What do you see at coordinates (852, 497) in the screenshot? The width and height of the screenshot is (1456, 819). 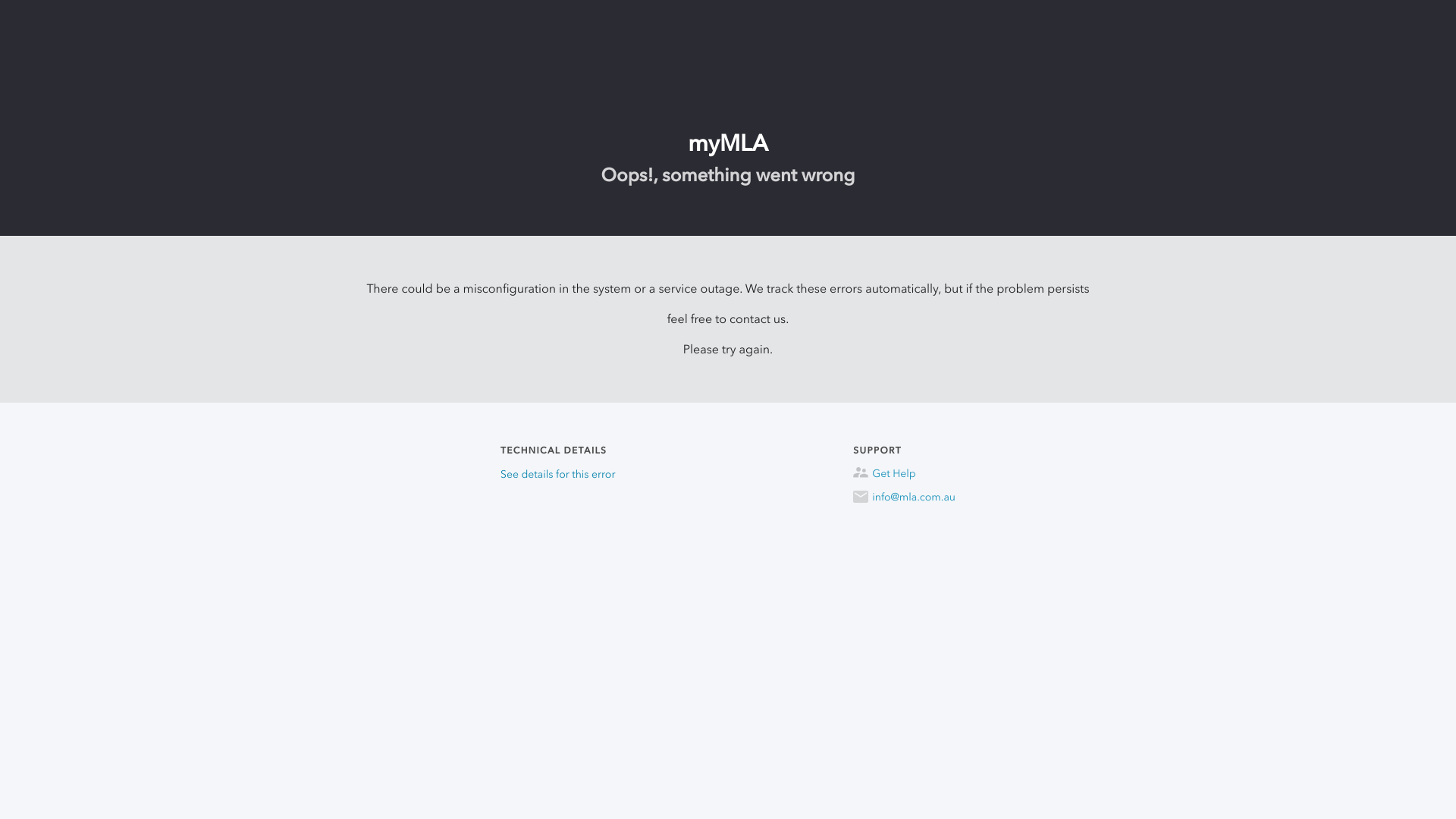 I see `'info@mla.com.au'` at bounding box center [852, 497].